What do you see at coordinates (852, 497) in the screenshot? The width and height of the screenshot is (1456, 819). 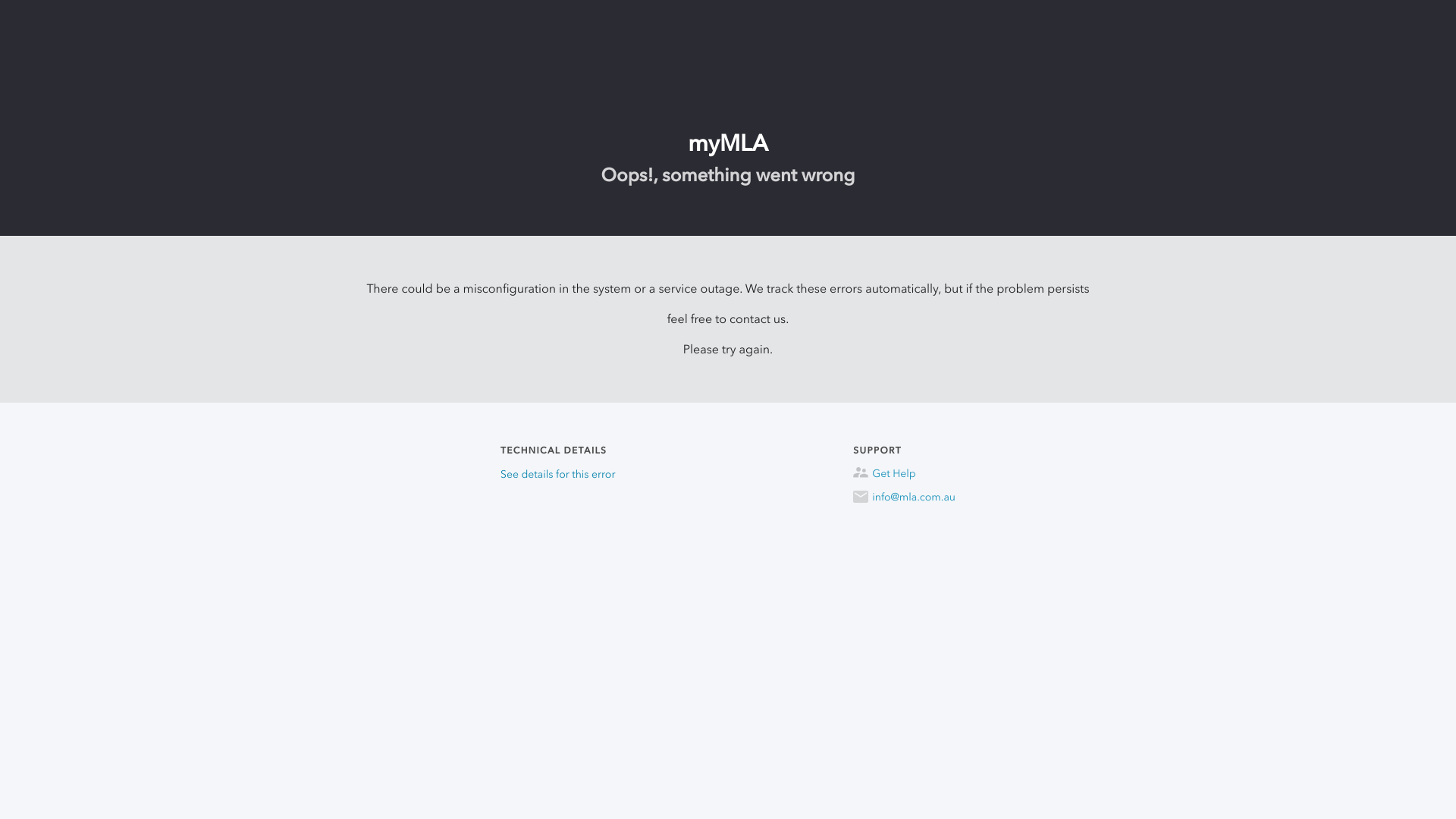 I see `'info@mla.com.au'` at bounding box center [852, 497].